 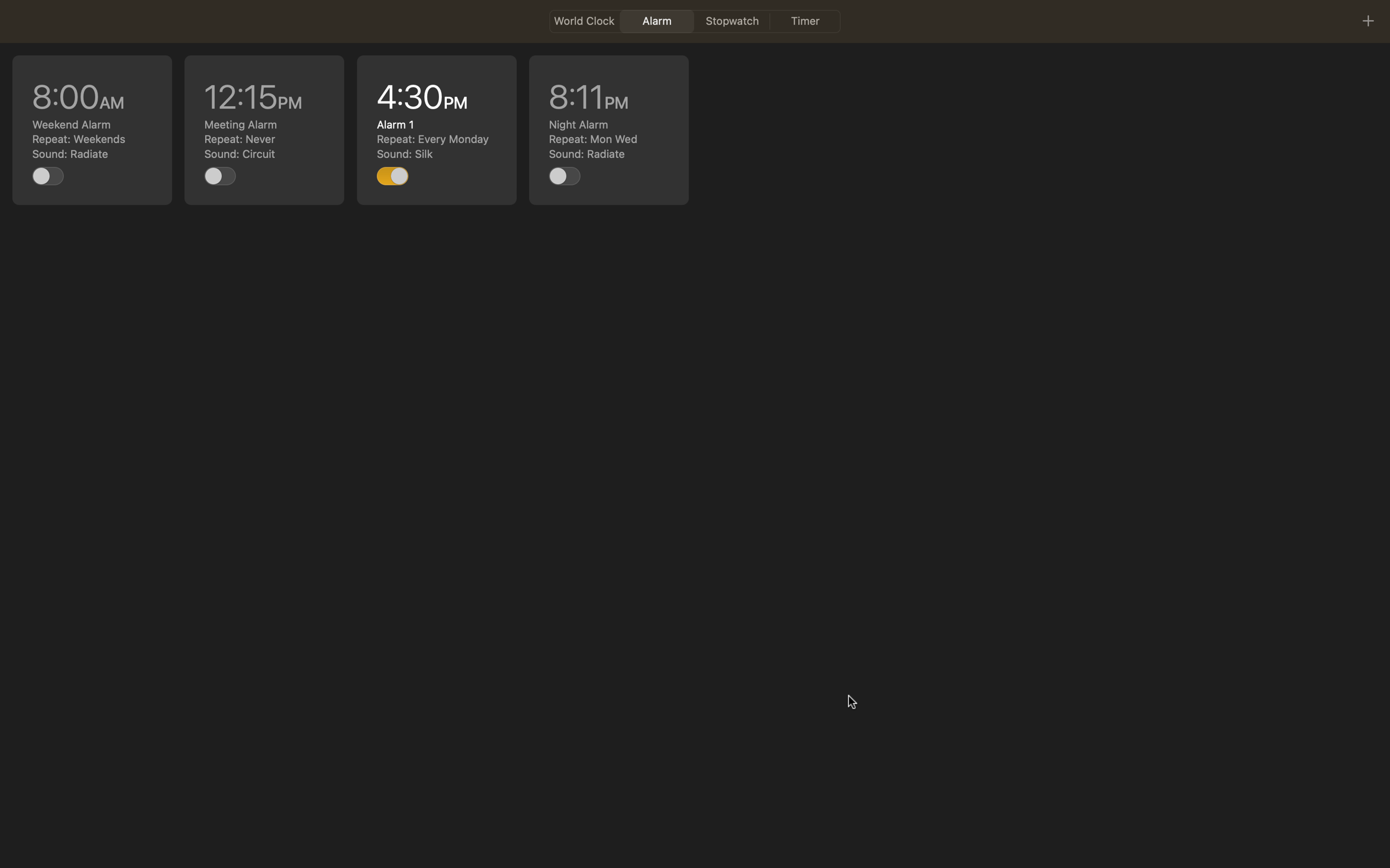 What do you see at coordinates (1367, 20) in the screenshot?
I see `the plus sign` at bounding box center [1367, 20].